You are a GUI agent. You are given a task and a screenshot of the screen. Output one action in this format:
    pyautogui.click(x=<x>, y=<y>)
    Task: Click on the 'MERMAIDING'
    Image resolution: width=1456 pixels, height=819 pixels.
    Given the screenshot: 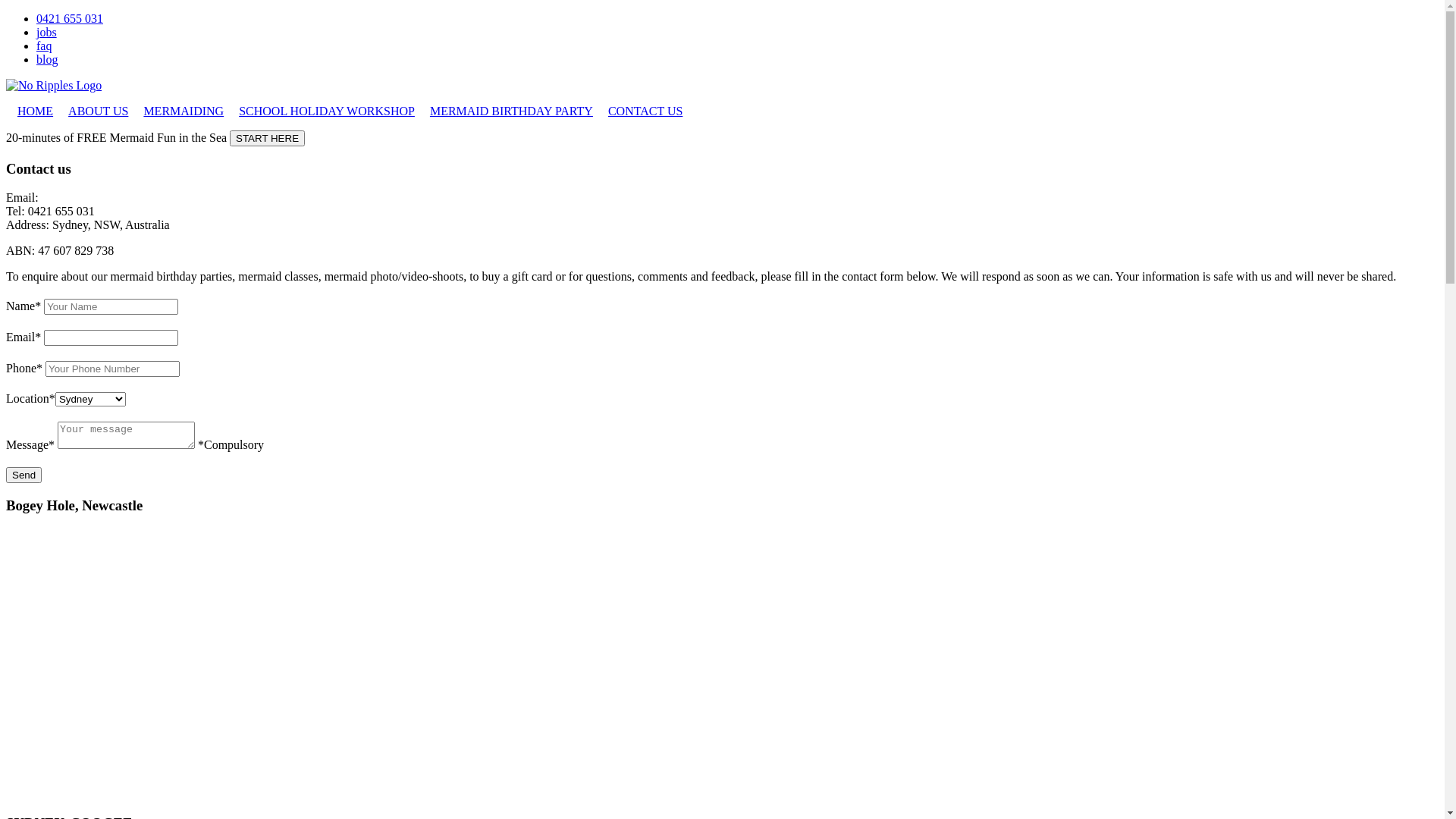 What is the action you would take?
    pyautogui.click(x=182, y=110)
    